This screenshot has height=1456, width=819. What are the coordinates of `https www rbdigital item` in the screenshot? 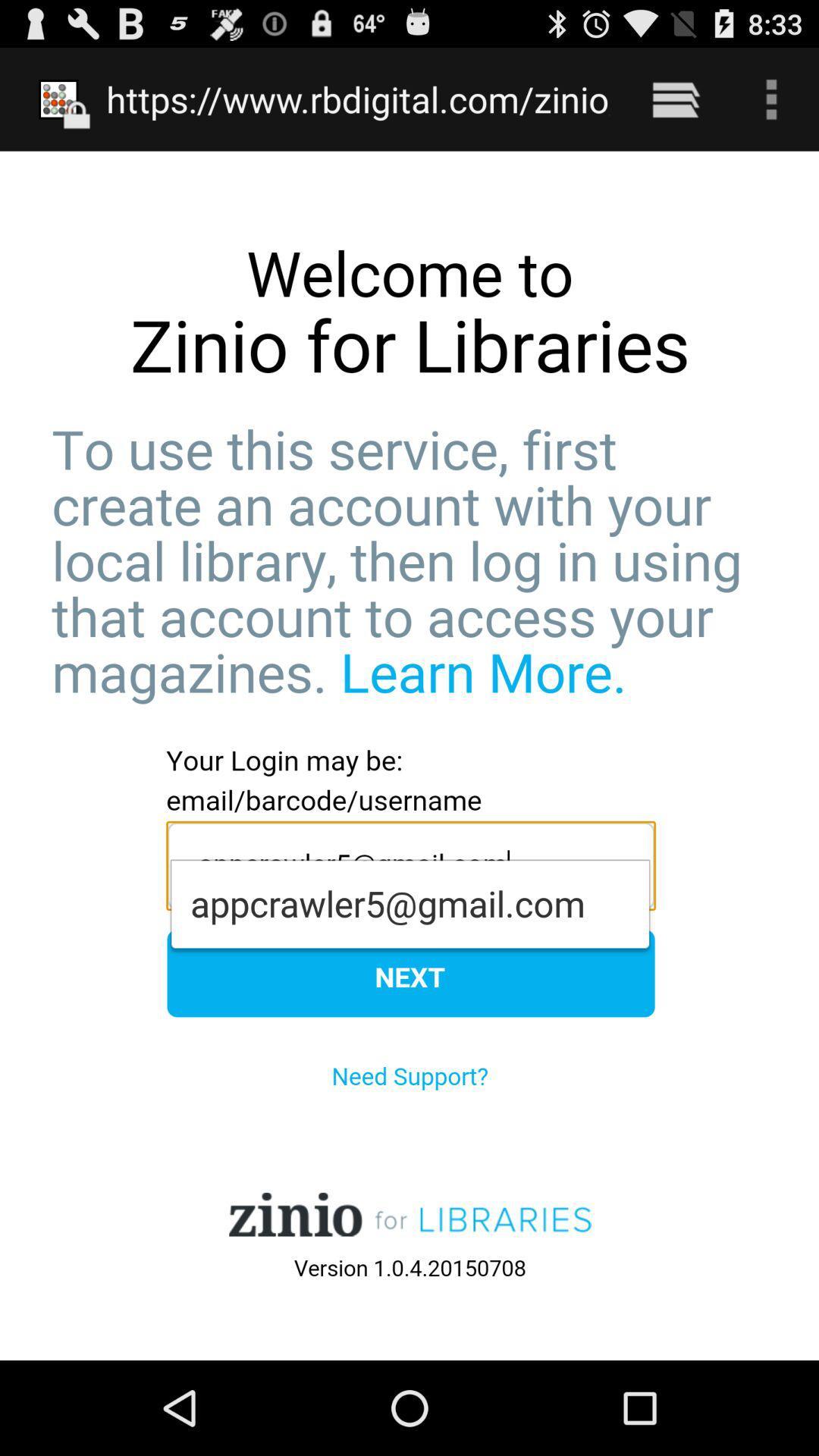 It's located at (358, 99).